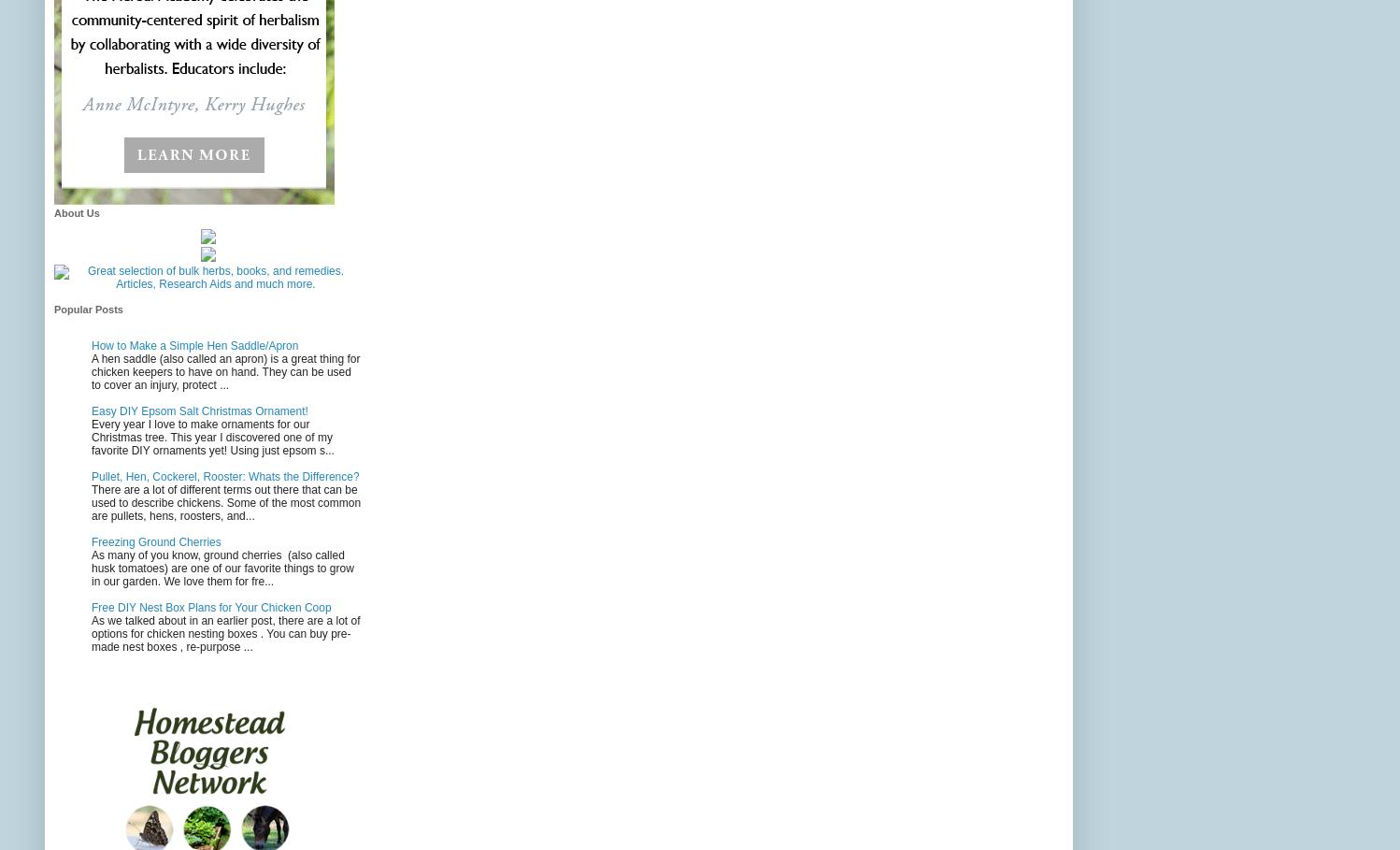  I want to click on 'About Us', so click(75, 211).